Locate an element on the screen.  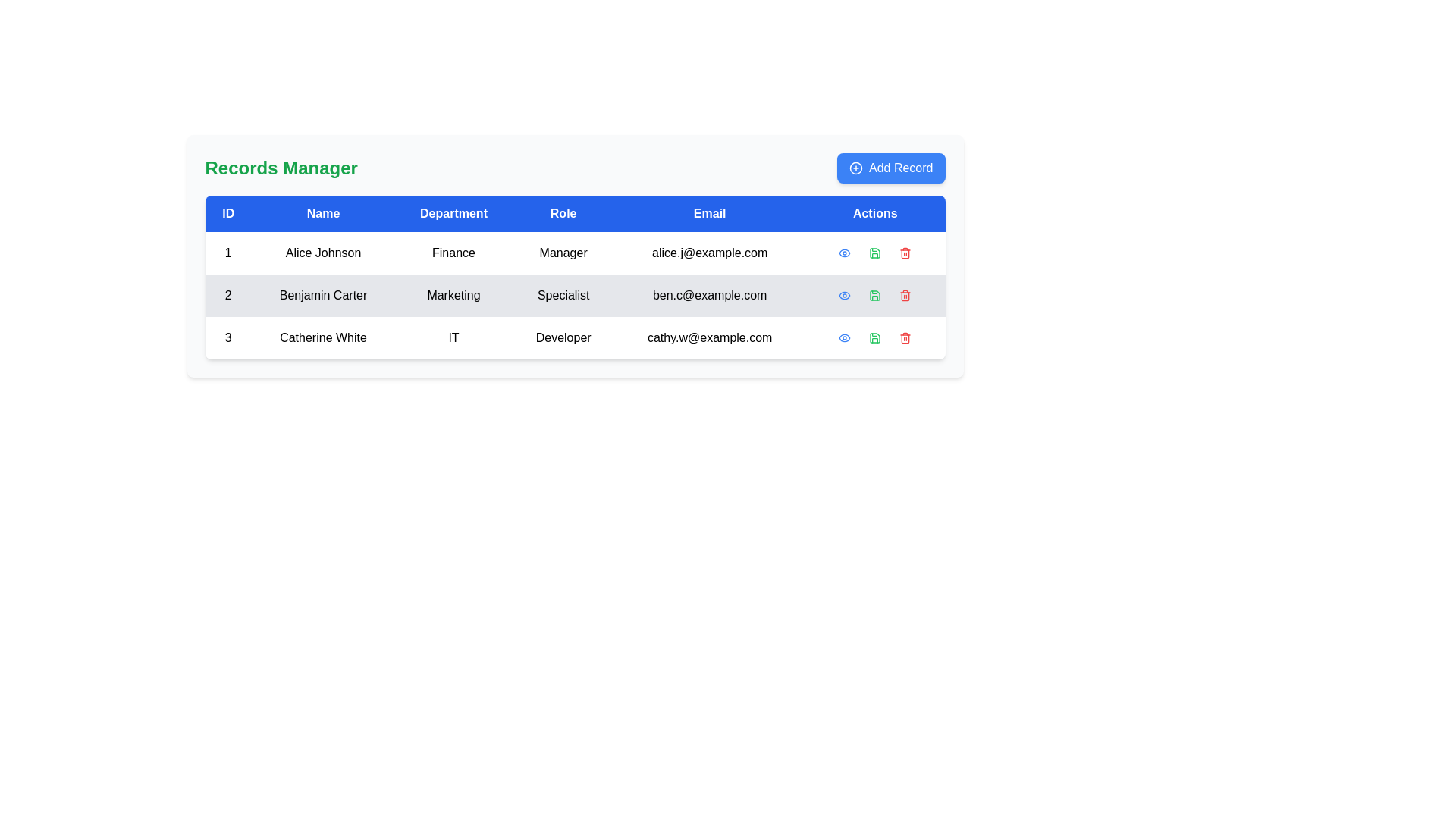
the 'View' action button, which is the leftmost icon in the 'Actions' column of the first row in the table is located at coordinates (844, 253).